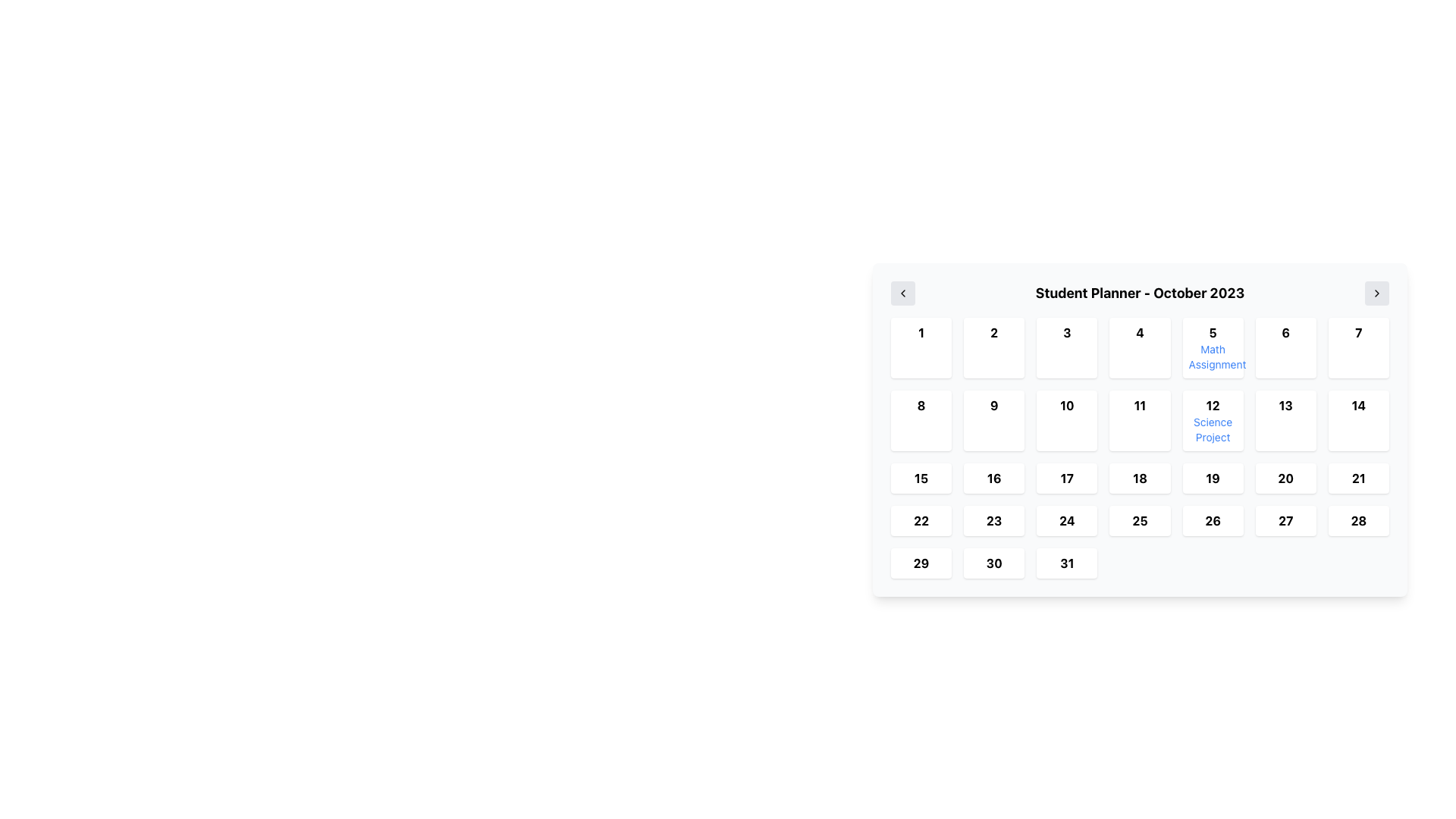  I want to click on the Calendar Date Cell displaying the date '22', which is styled as a white box with rounded edges and bold text, so click(920, 519).